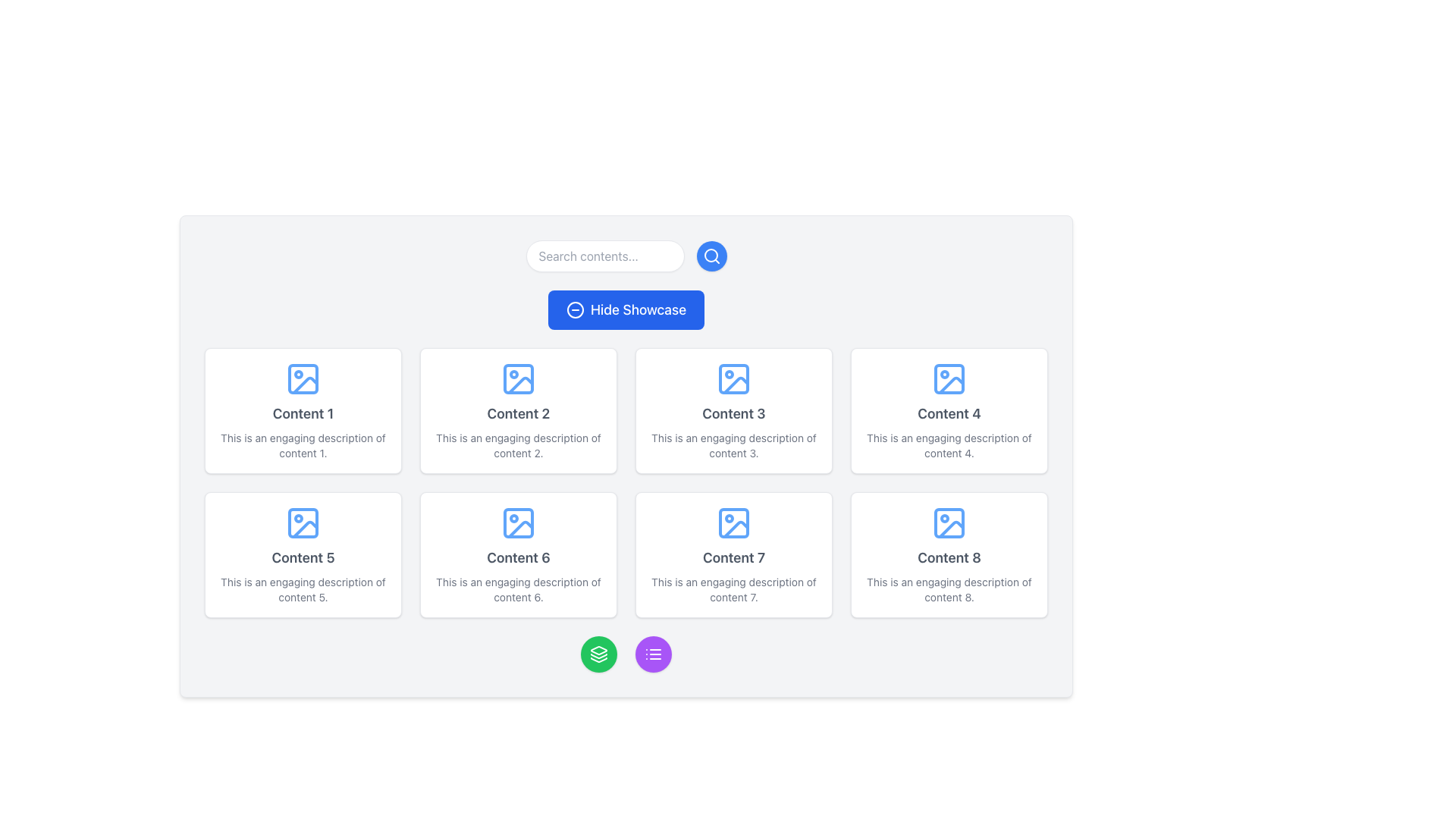  Describe the element at coordinates (303, 411) in the screenshot. I see `the Content Card representing 'Content 1', which is the first item in a 2x4 grid layout, located in the top-left corner` at that location.